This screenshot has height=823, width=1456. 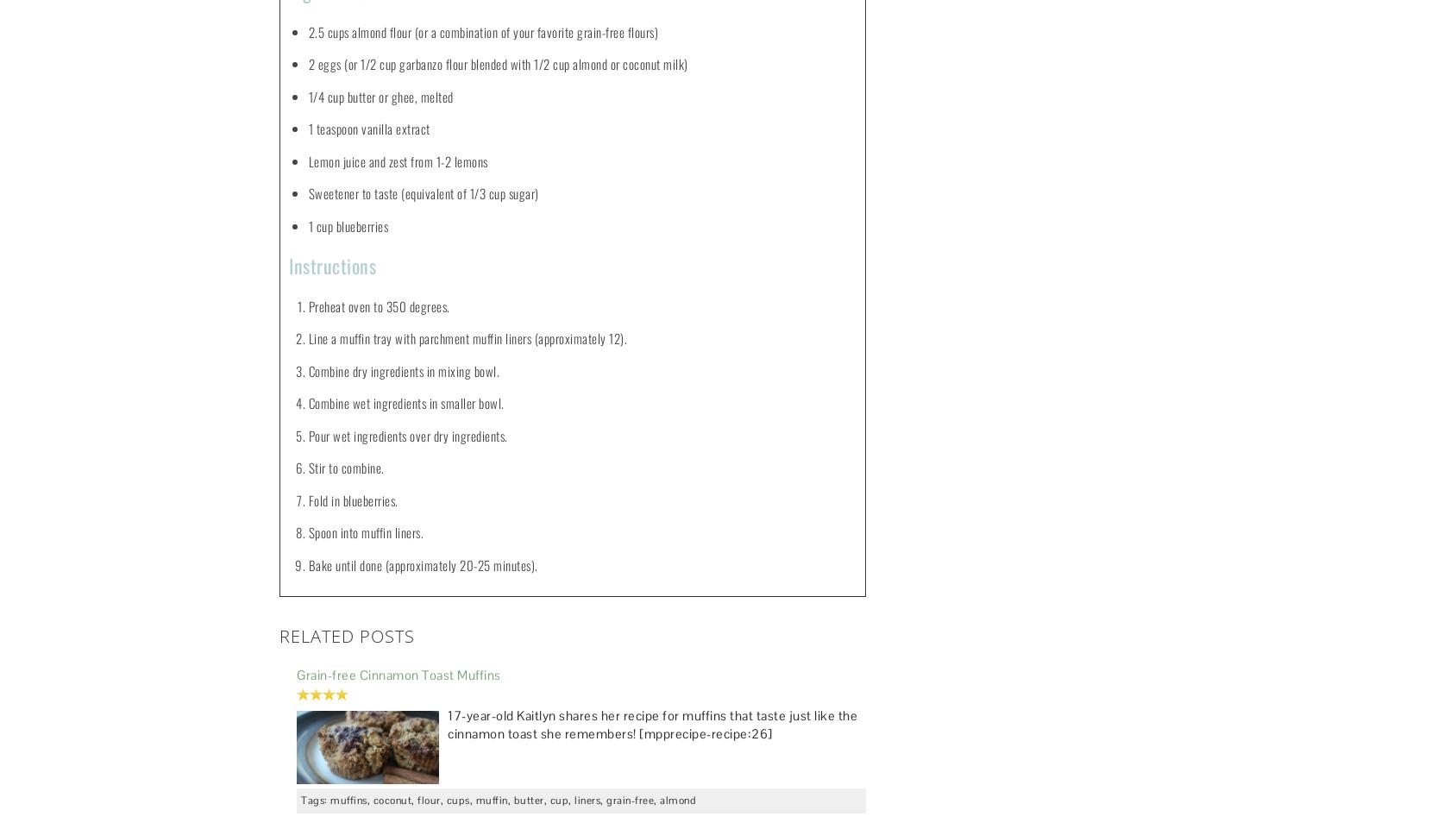 I want to click on 'Bake until done (approximately 20-25 minutes).', so click(x=422, y=562).